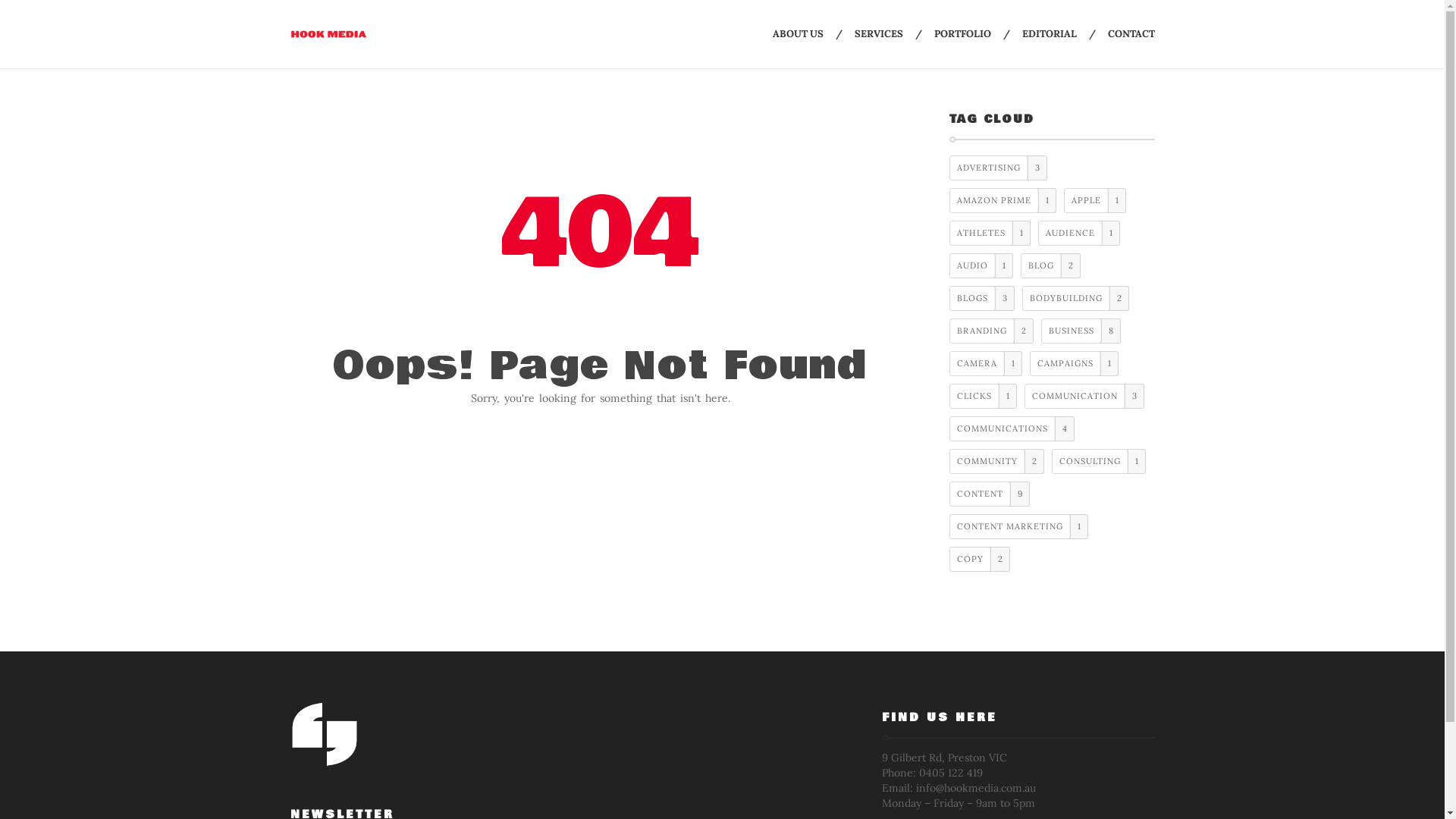 This screenshot has height=819, width=1456. Describe the element at coordinates (1050, 265) in the screenshot. I see `'BLOG2'` at that location.